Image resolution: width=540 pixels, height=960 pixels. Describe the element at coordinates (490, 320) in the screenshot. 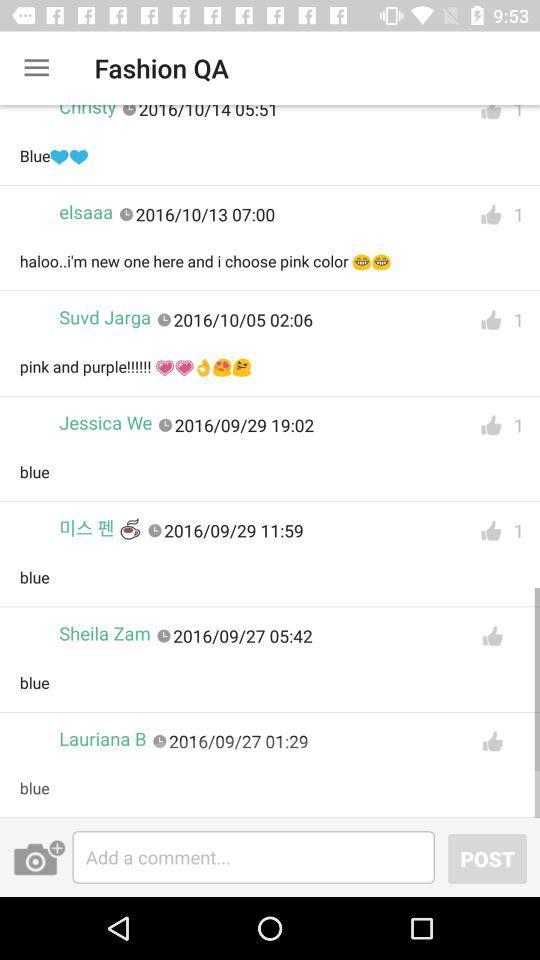

I see `like comment` at that location.